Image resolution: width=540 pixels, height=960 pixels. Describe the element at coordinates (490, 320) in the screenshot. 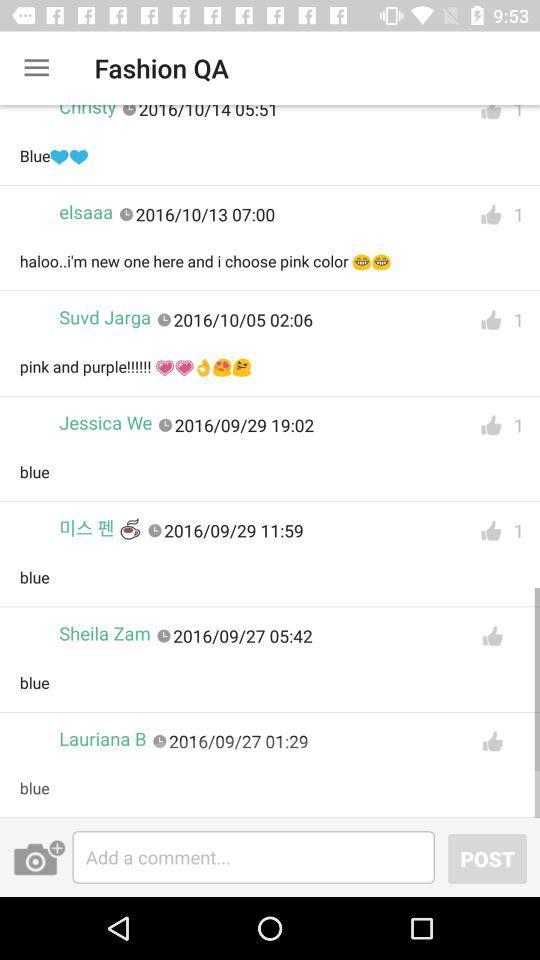

I see `like comment` at that location.